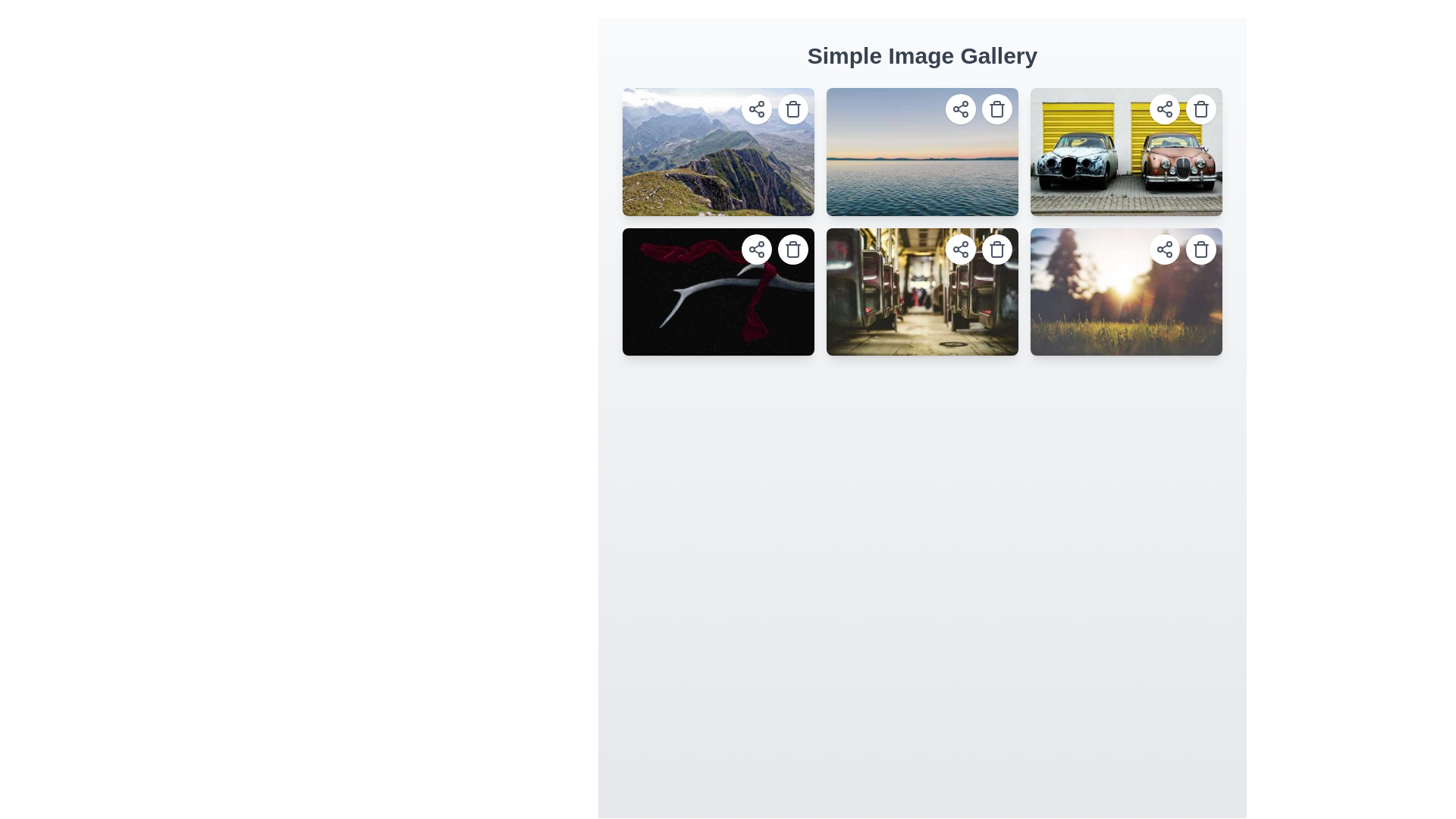 This screenshot has width=1456, height=819. Describe the element at coordinates (997, 108) in the screenshot. I see `the circular delete button with a white background and a trash bin icon located at the top-right corner of the second image in the grid layout to initiate the delete action` at that location.